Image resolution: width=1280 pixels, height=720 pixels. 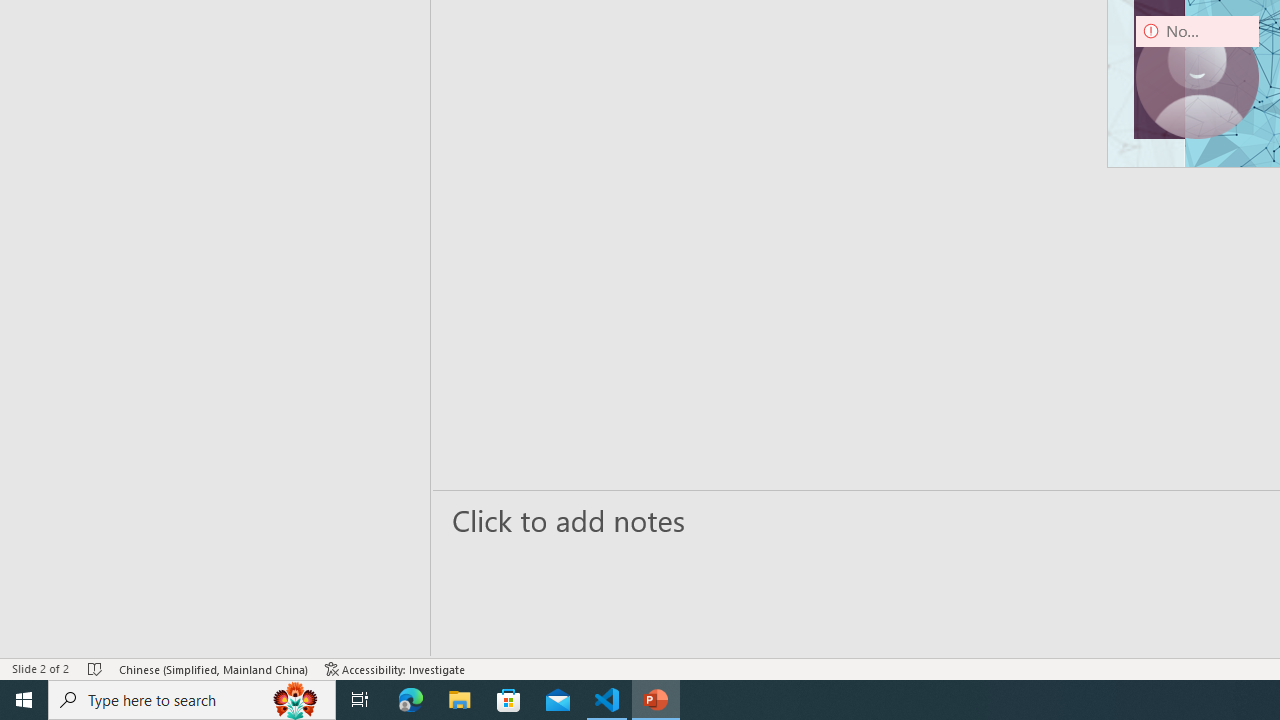 I want to click on 'Type here to search', so click(x=192, y=698).